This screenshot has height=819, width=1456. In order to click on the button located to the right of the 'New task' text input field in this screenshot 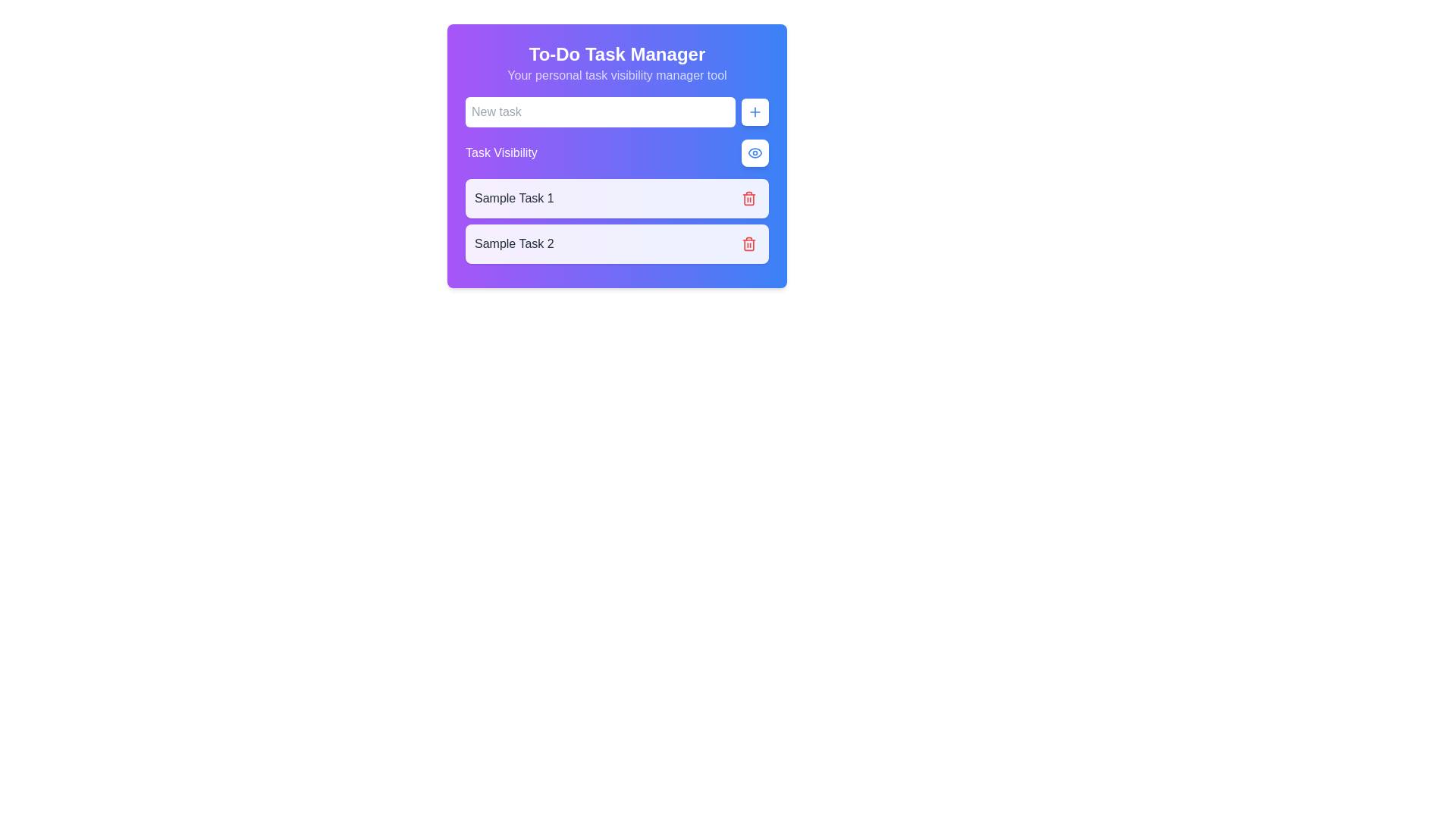, I will do `click(755, 111)`.